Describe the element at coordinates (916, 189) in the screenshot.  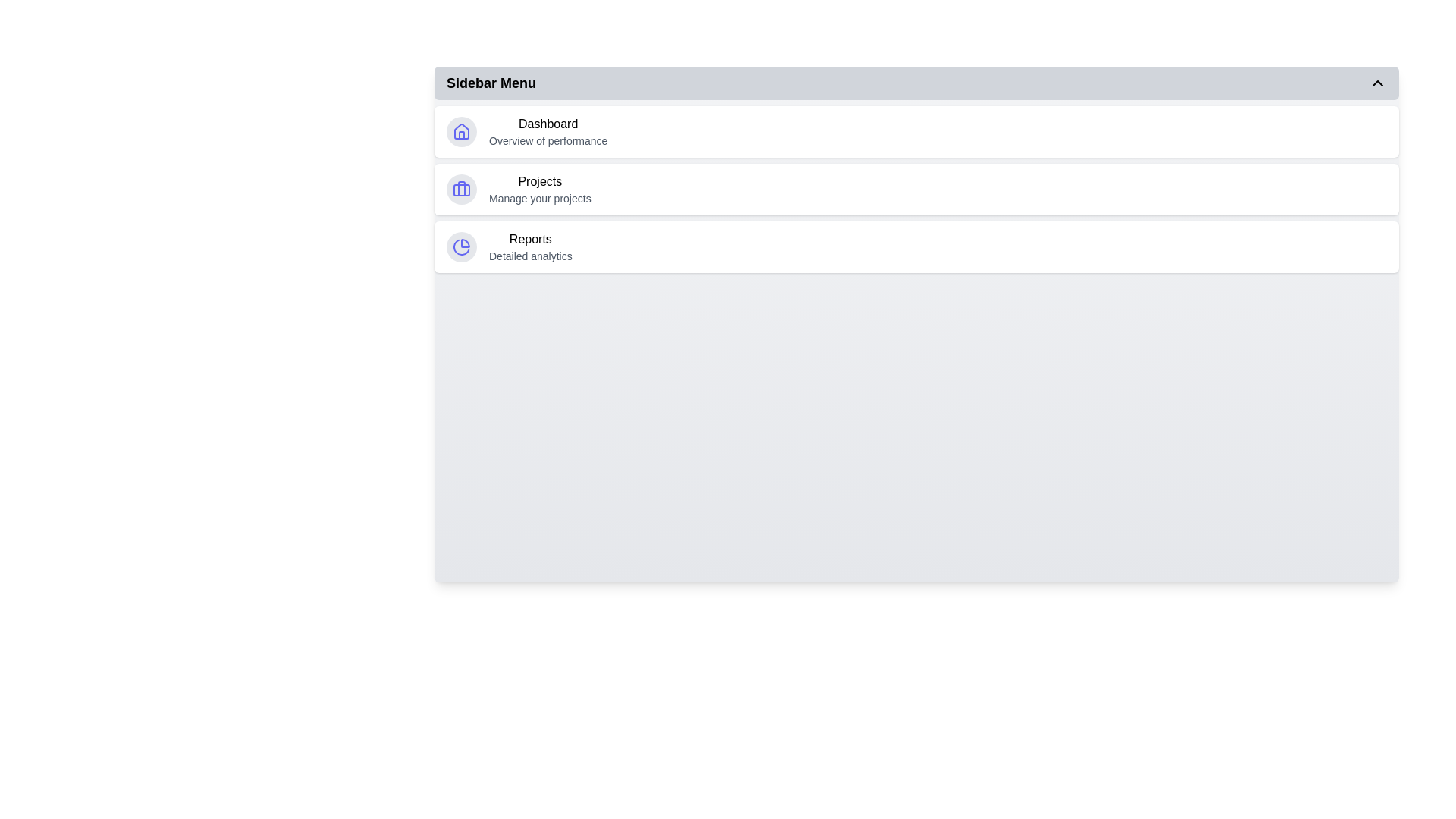
I see `the menu item Projects to navigate to the respective section` at that location.